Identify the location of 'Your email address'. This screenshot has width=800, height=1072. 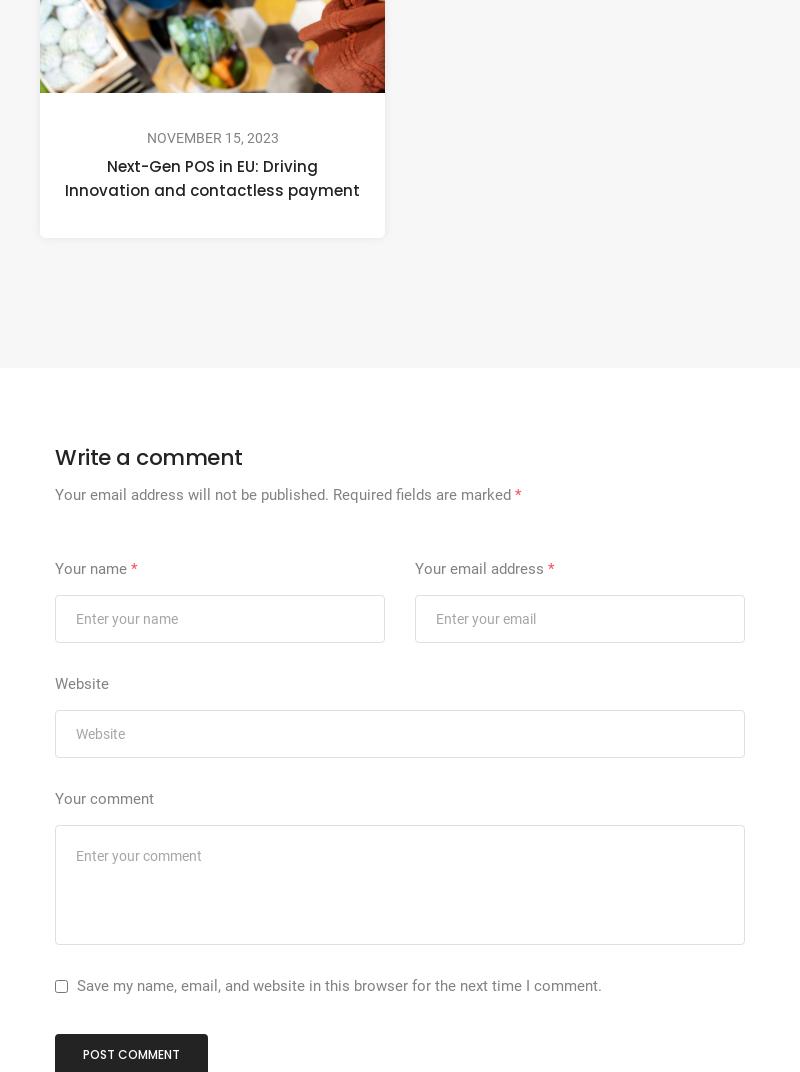
(415, 567).